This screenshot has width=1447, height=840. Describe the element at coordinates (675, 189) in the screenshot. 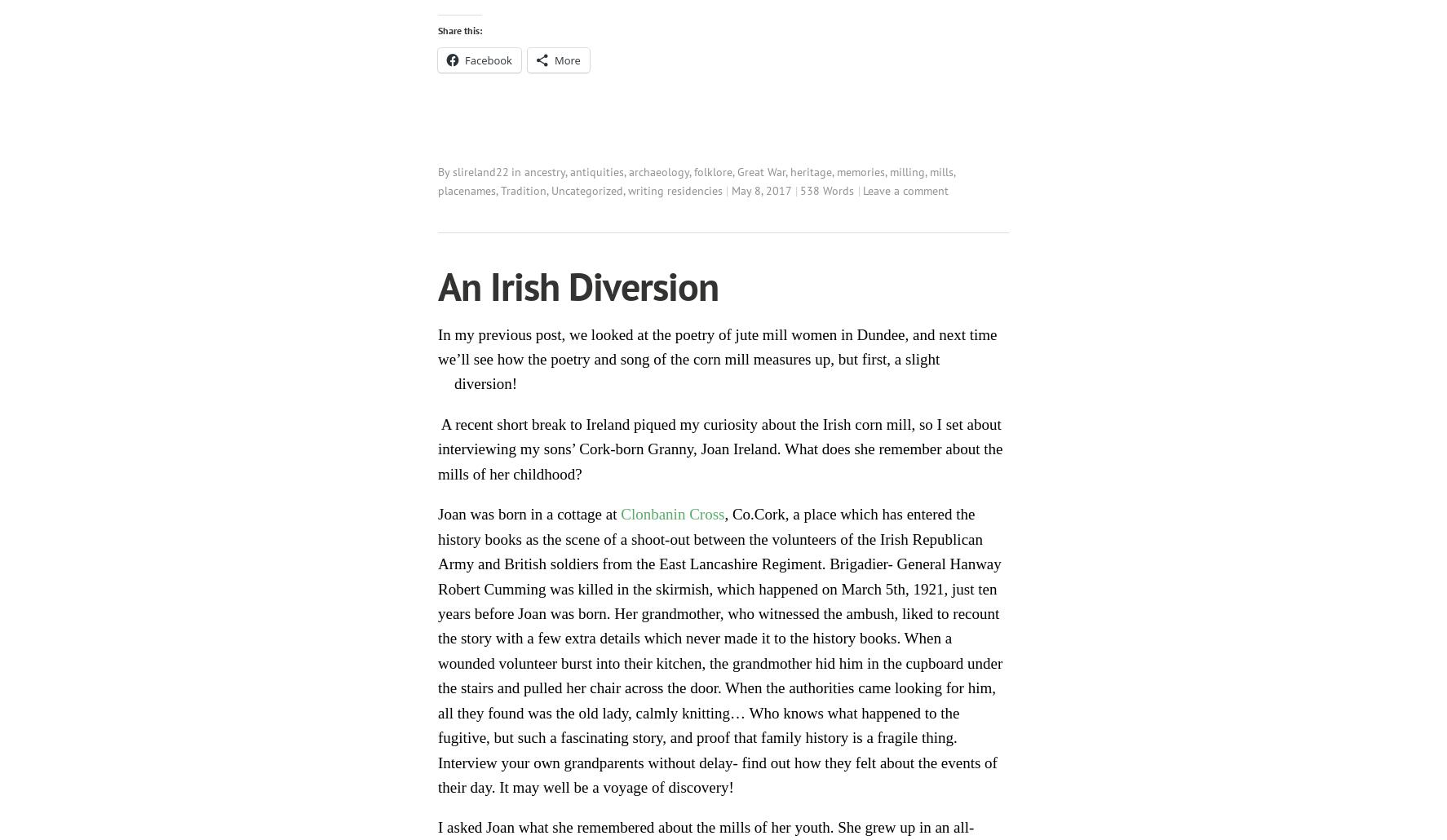

I see `'writing residencies'` at that location.